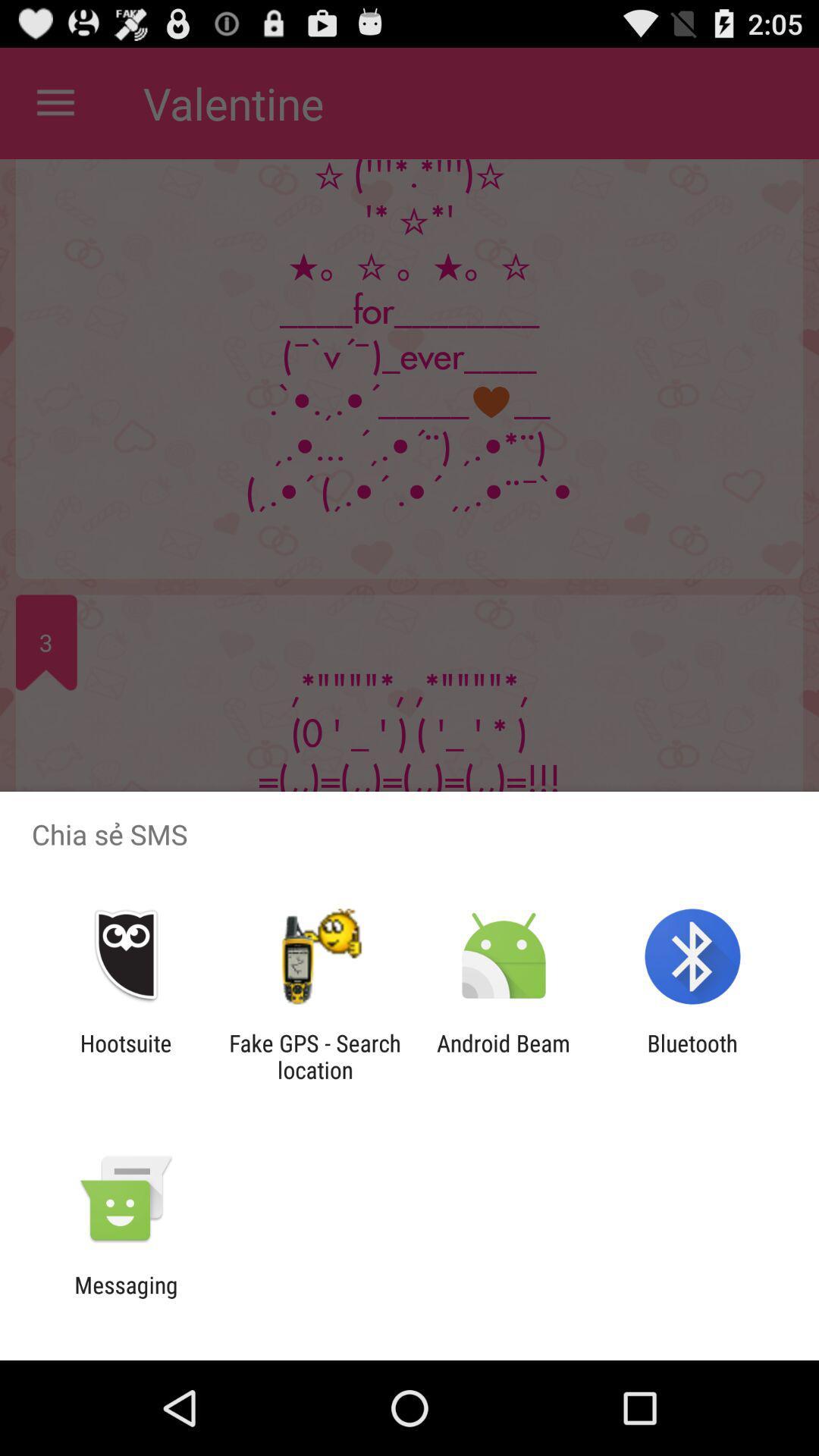  What do you see at coordinates (125, 1056) in the screenshot?
I see `app to the left of fake gps search app` at bounding box center [125, 1056].